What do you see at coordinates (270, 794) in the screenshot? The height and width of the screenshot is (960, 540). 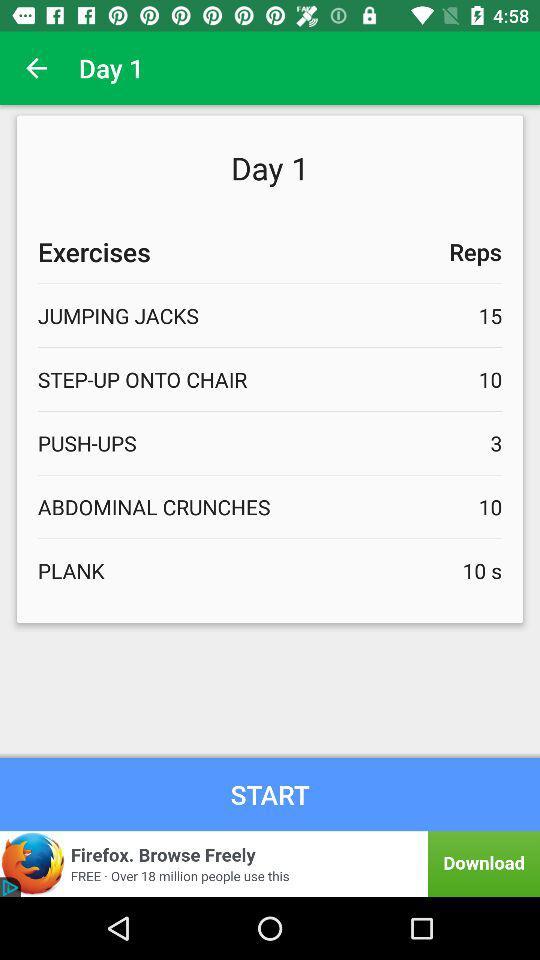 I see `press start` at bounding box center [270, 794].